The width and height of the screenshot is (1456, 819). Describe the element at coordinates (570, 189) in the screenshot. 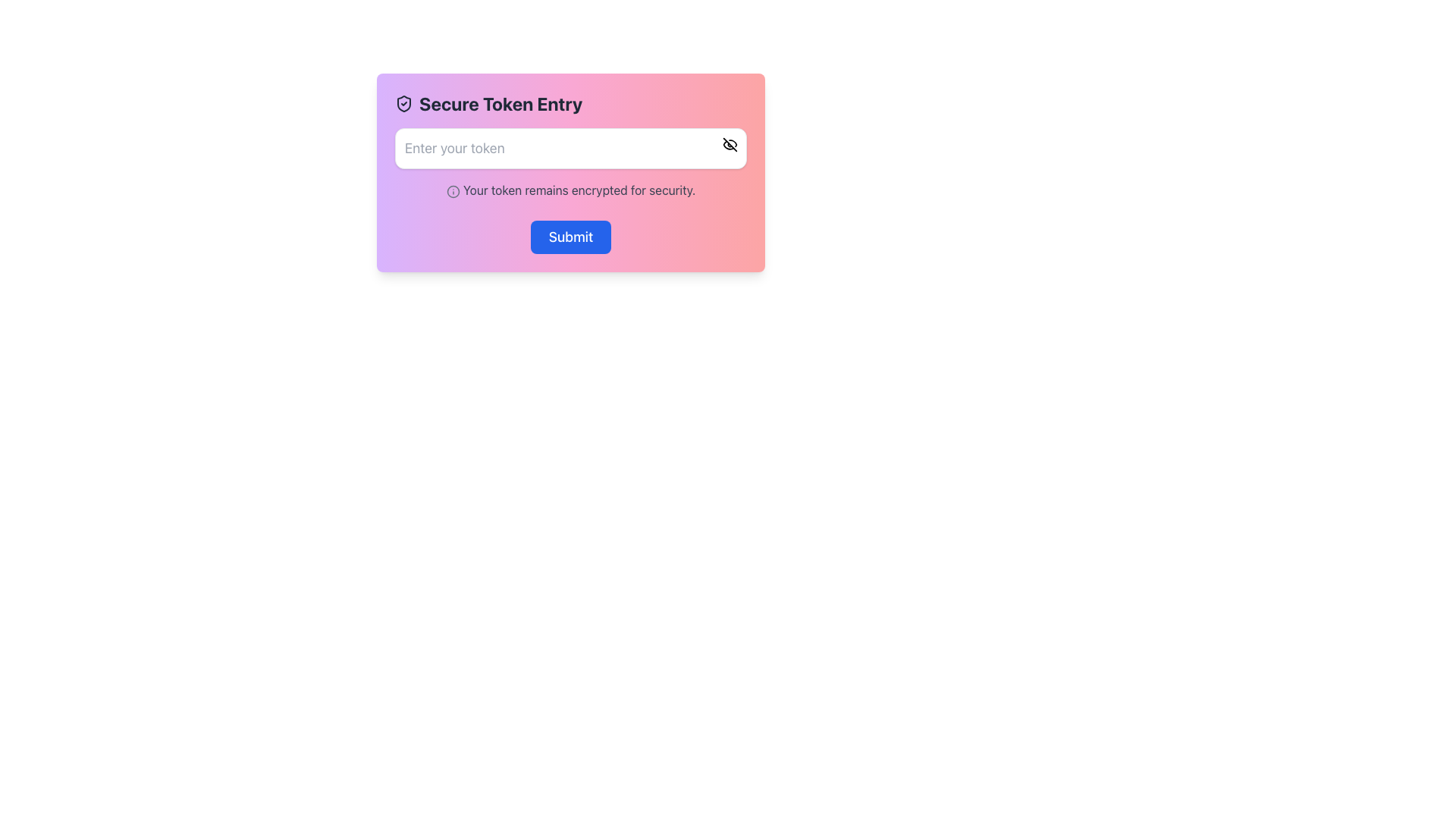

I see `the informational text label that conveys a message about security and encrypted handling of the token, positioned centrally below the token input field and above the 'Submit' button` at that location.